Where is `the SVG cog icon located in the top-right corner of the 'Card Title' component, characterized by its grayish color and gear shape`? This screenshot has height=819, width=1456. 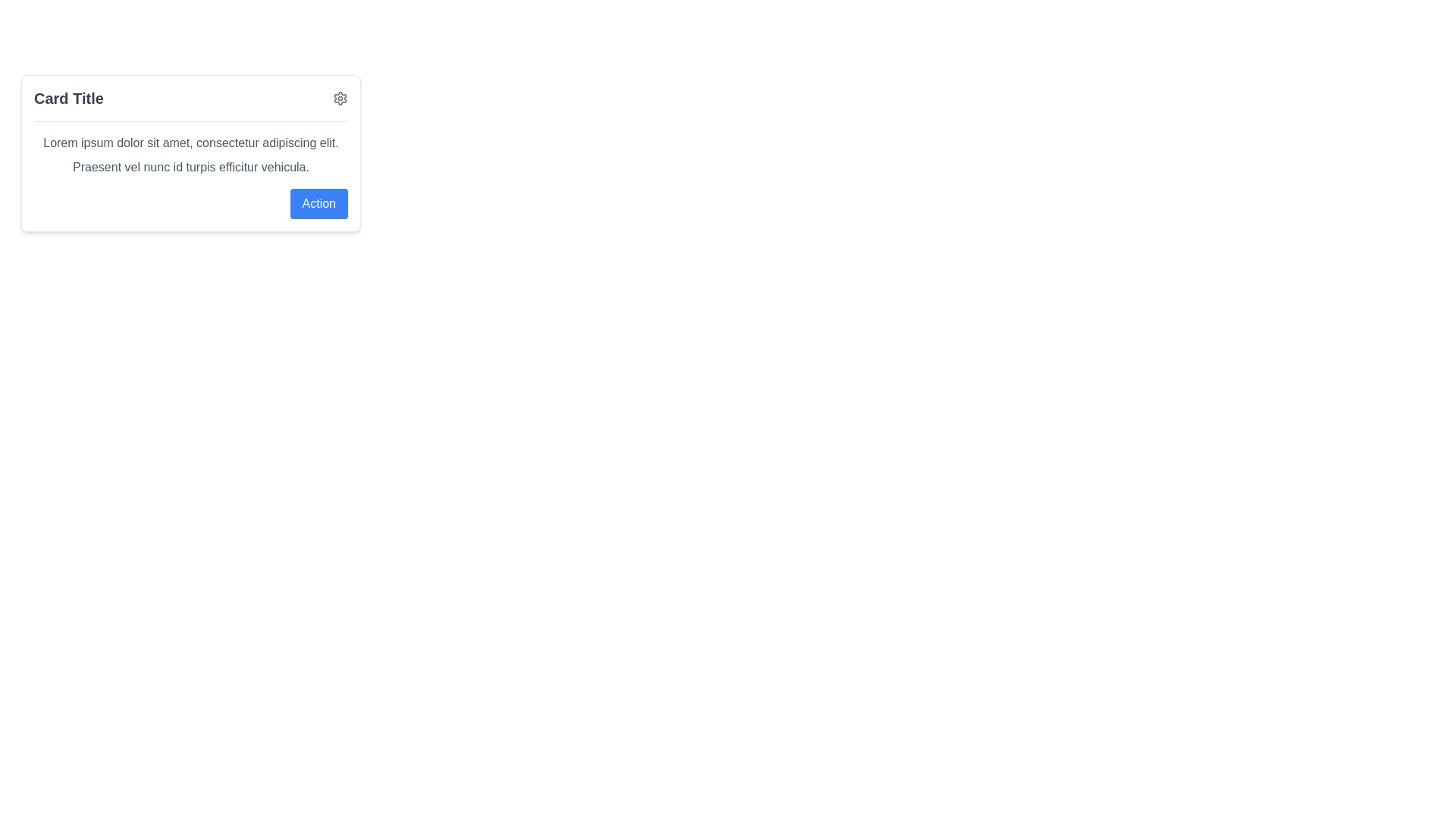 the SVG cog icon located in the top-right corner of the 'Card Title' component, characterized by its grayish color and gear shape is located at coordinates (340, 99).